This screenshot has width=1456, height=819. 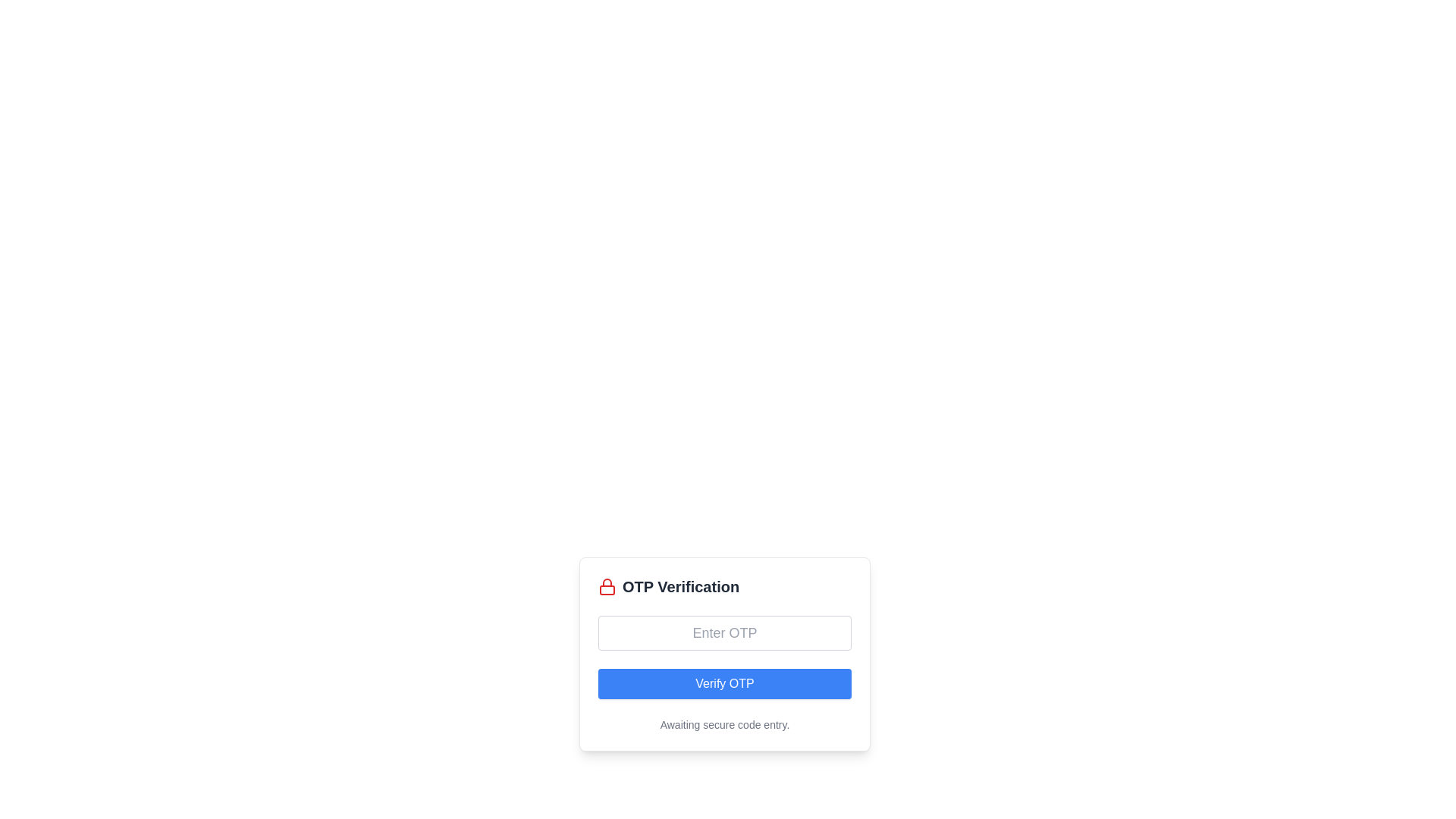 I want to click on the lock icon representing security for the OTP verification process, located to the left of the 'OTP Verification' text, so click(x=607, y=586).